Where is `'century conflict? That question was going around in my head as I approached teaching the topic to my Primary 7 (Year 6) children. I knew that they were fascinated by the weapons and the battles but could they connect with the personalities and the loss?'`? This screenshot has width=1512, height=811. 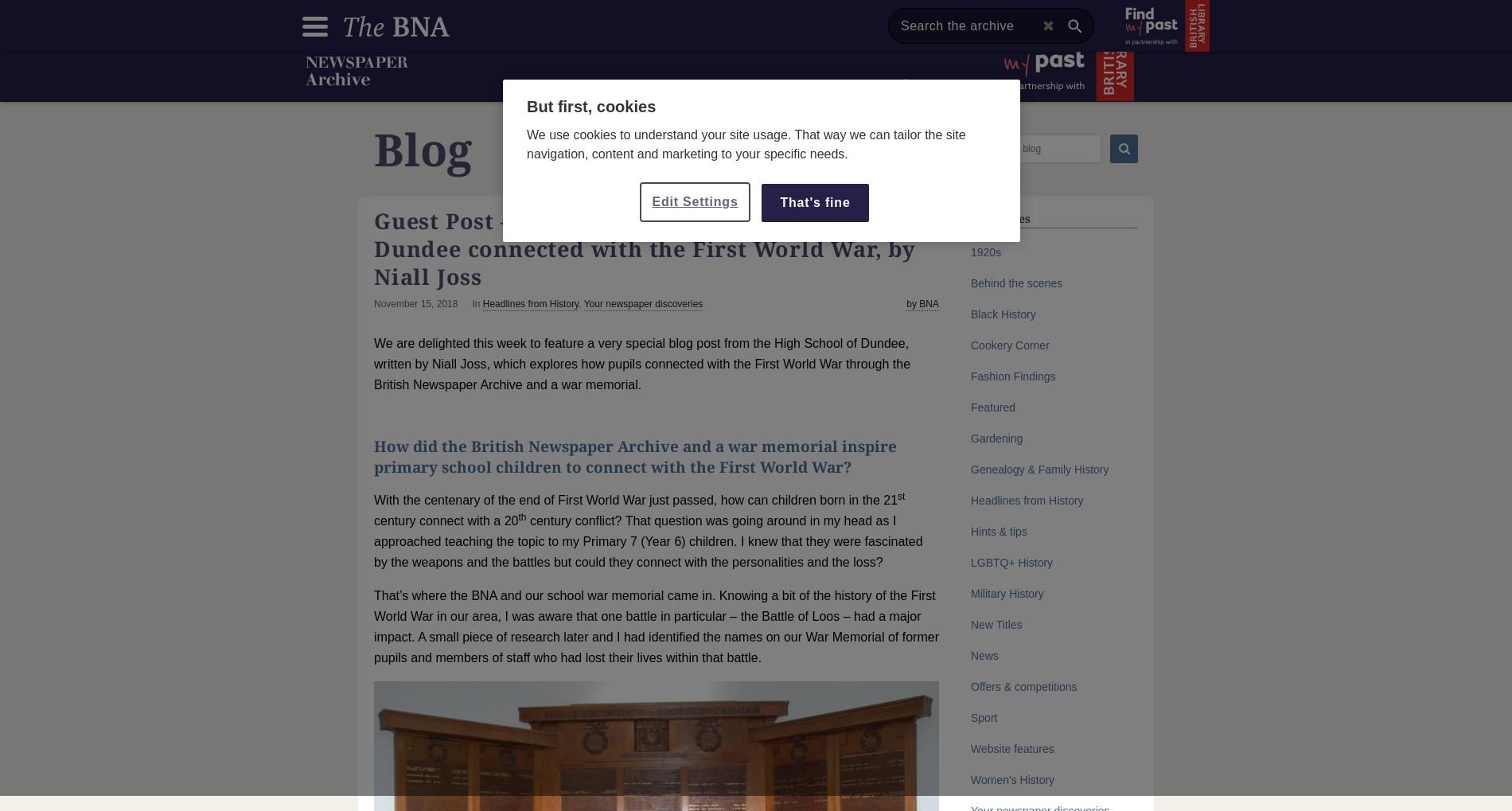 'century conflict? That question was going around in my head as I approached teaching the topic to my Primary 7 (Year 6) children. I knew that they were fascinated by the weapons and the battles but could they connect with the personalities and the loss?' is located at coordinates (647, 540).